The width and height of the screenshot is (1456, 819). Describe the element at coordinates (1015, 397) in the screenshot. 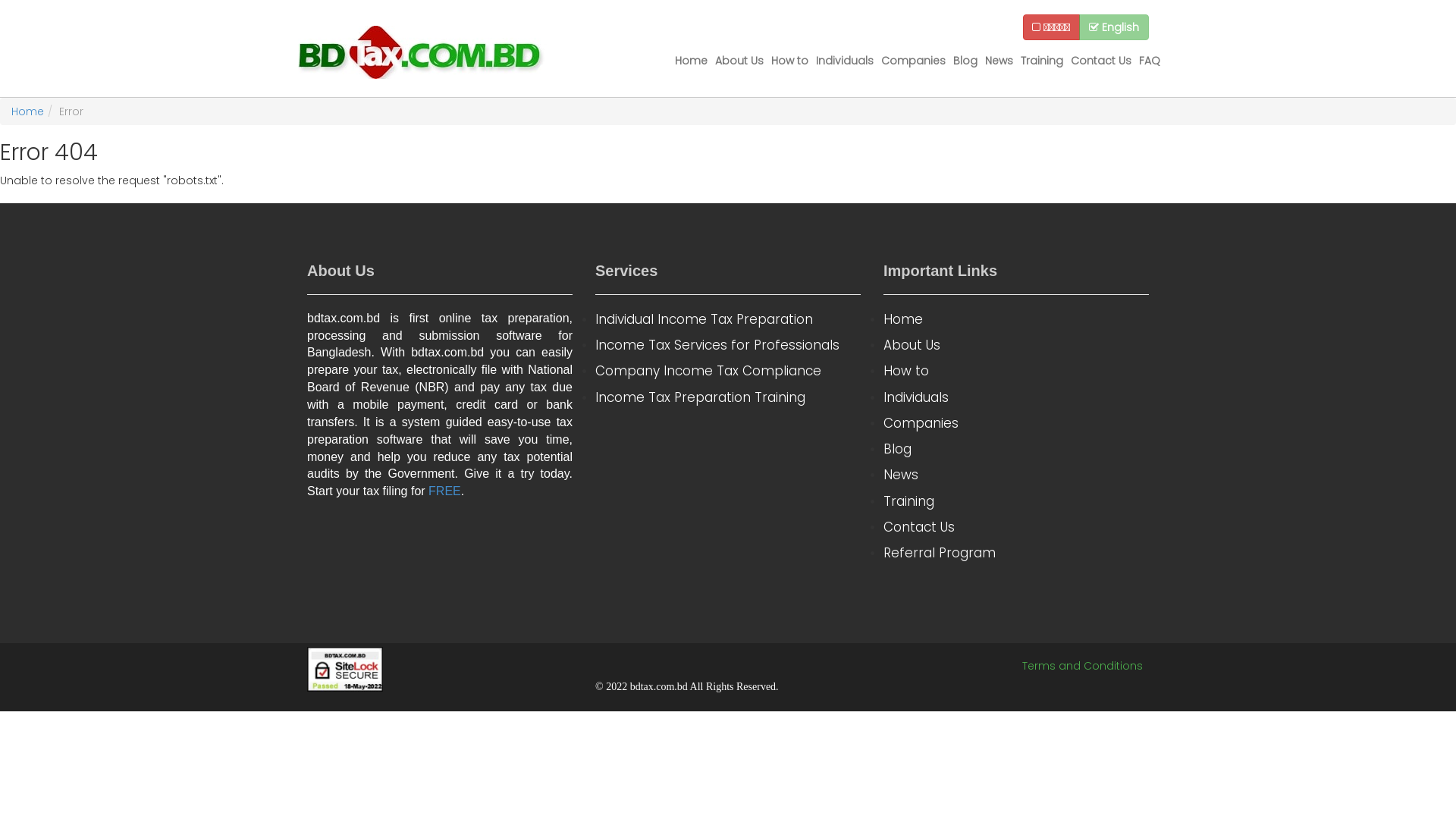

I see `'Individuals'` at that location.